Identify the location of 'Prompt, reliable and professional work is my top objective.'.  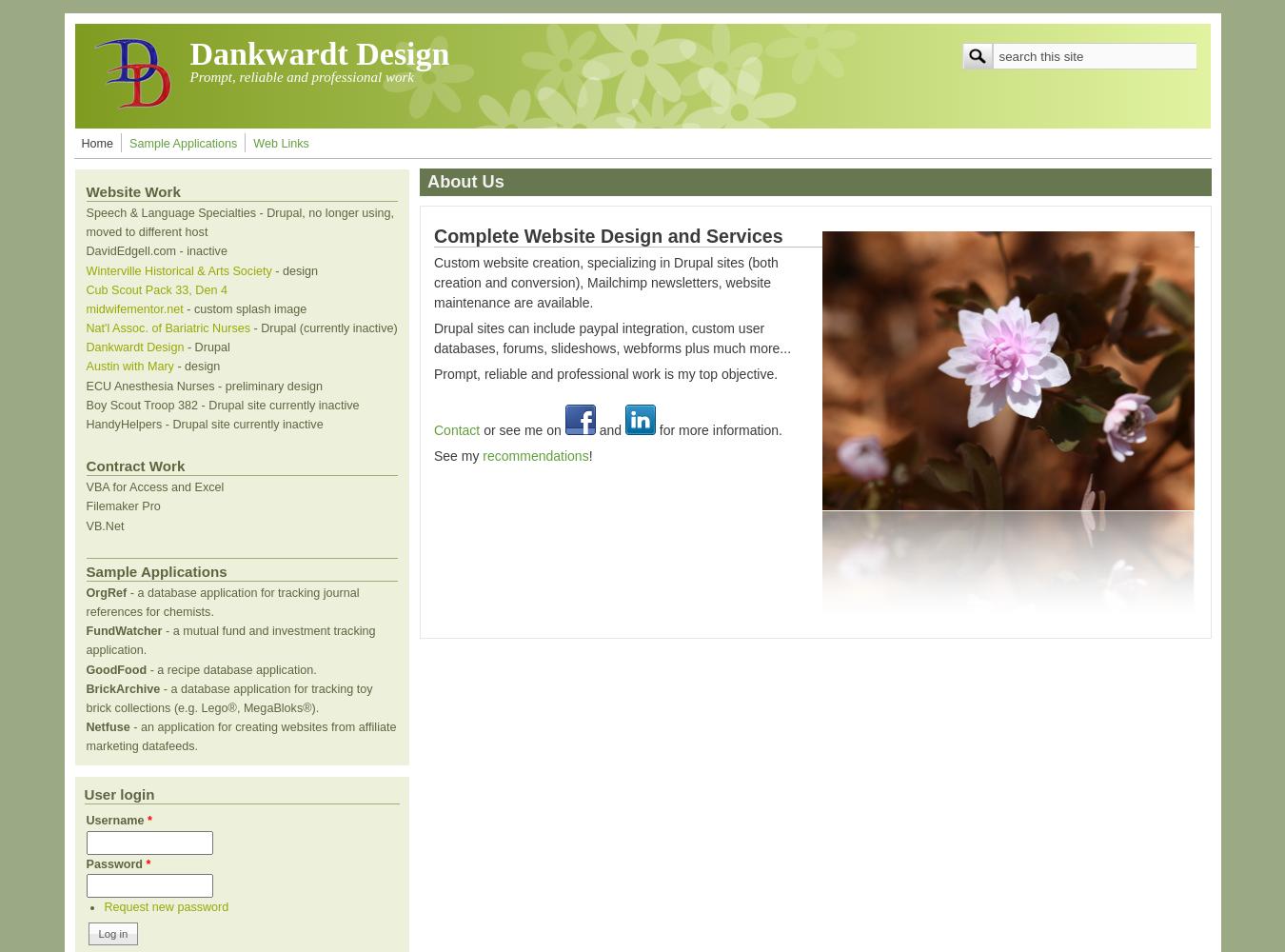
(605, 374).